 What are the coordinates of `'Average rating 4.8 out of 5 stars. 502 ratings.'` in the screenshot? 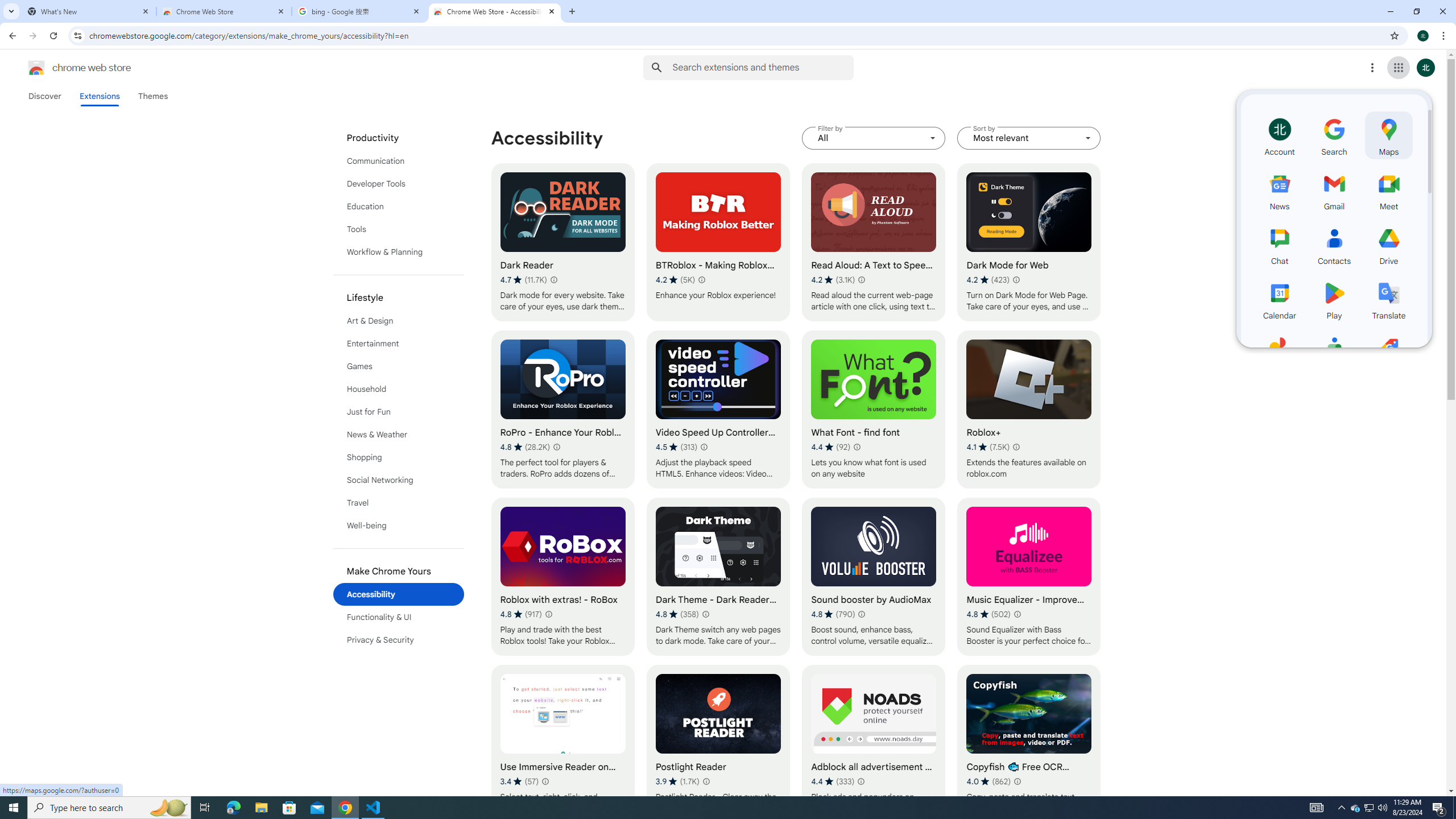 It's located at (988, 614).